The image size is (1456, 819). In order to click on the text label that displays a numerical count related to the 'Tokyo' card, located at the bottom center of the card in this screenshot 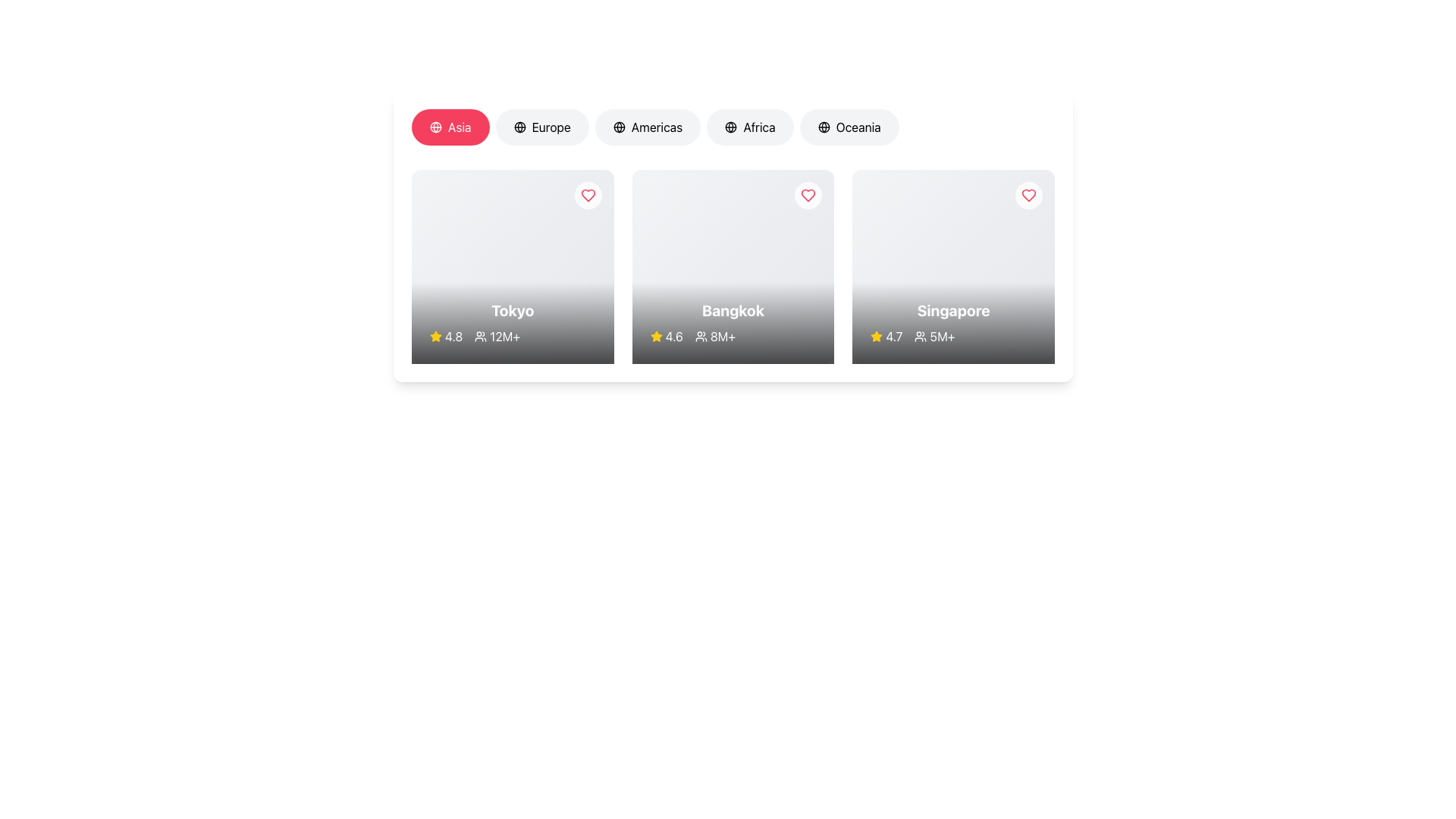, I will do `click(505, 335)`.